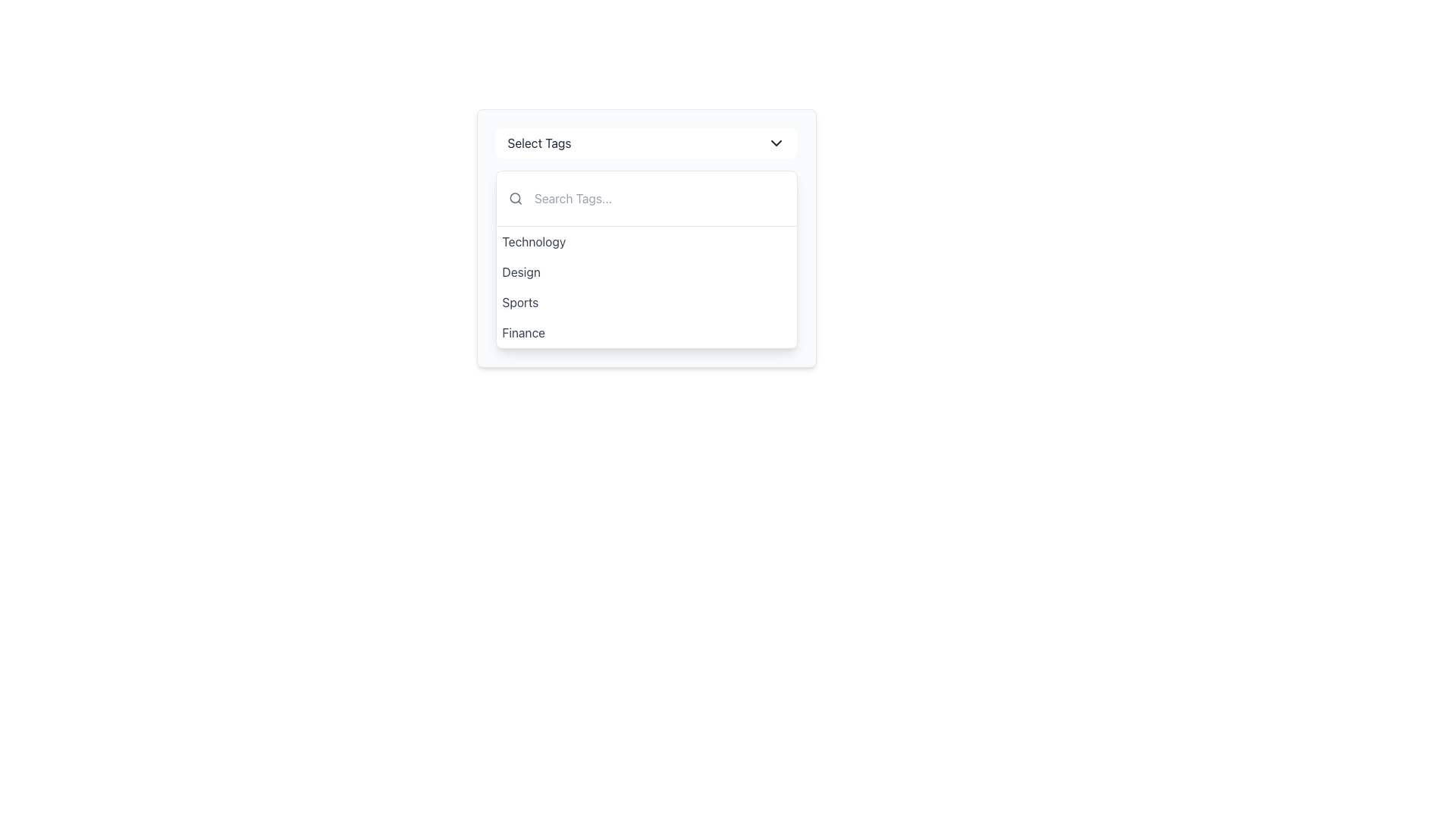 This screenshot has height=819, width=1456. Describe the element at coordinates (520, 302) in the screenshot. I see `the 'Sports' category in the dropdown menu, which is the third item in the list, visually aligned with 'Technology', 'Design', and 'Finance'` at that location.